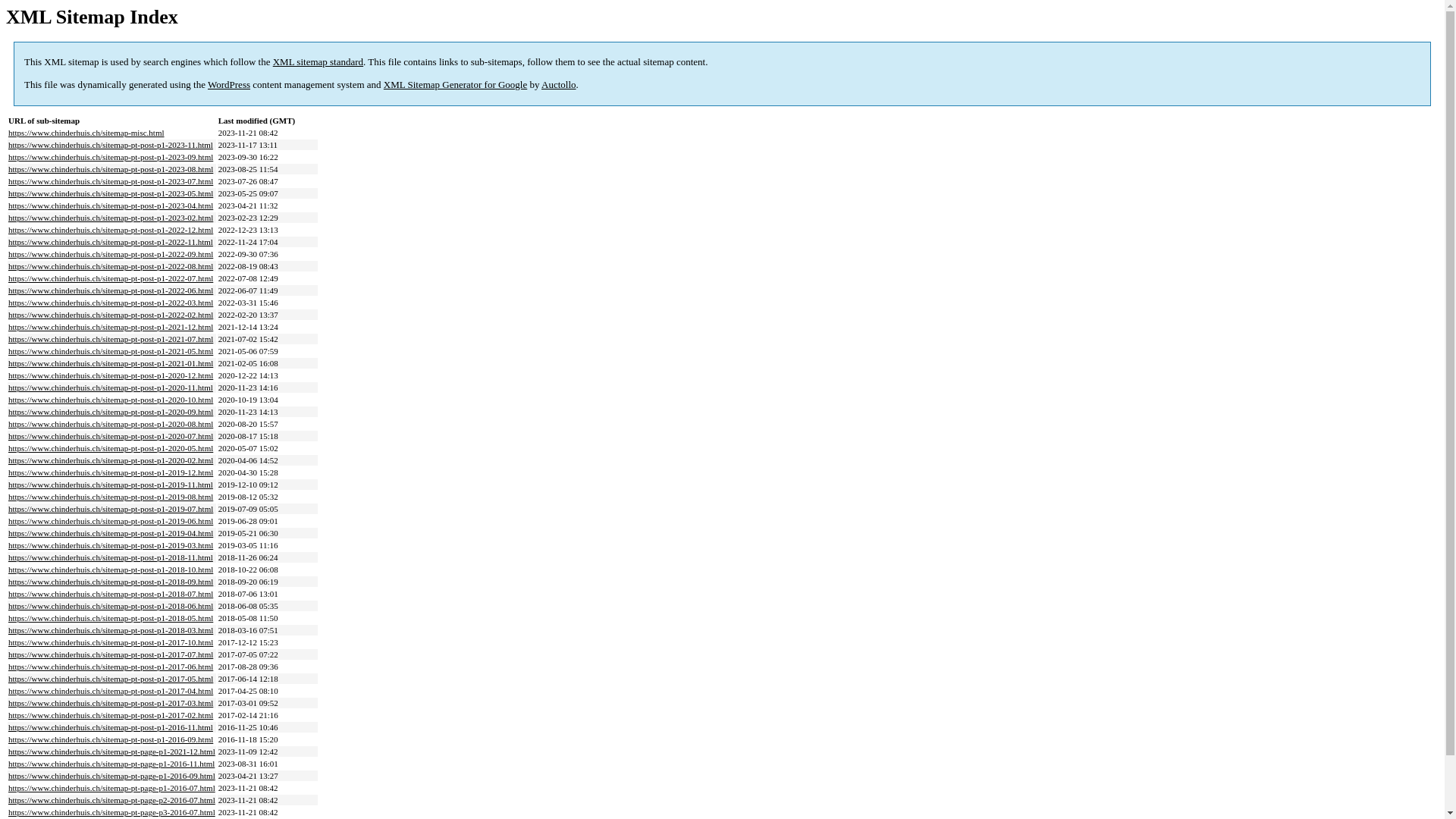 The width and height of the screenshot is (1456, 819). I want to click on 'https://www.chinderhuis.ch/sitemap-pt-page-p2-2016-07.html', so click(111, 799).